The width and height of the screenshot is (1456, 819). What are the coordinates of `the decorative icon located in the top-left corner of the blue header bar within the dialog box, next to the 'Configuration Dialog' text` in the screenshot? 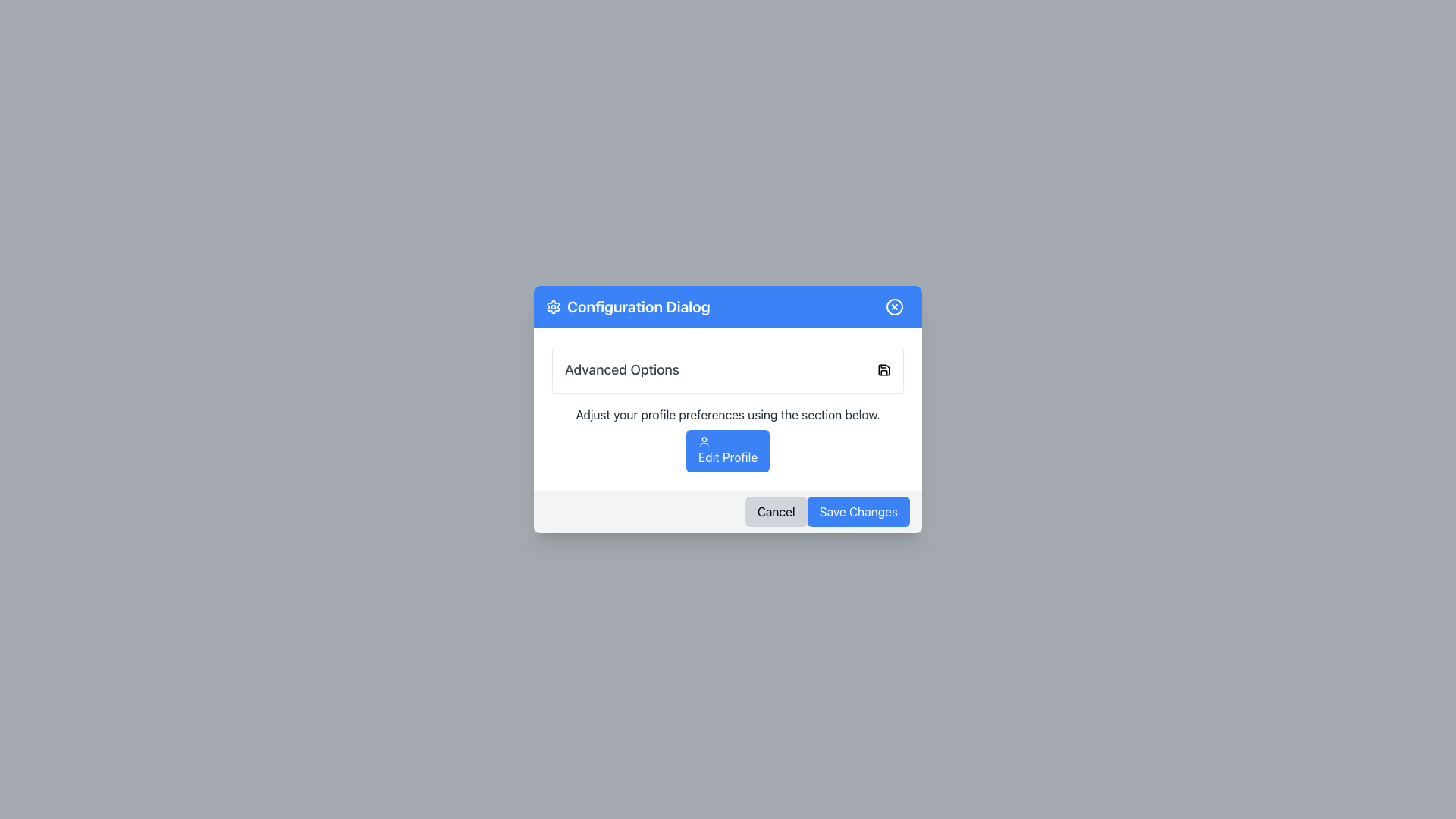 It's located at (552, 307).